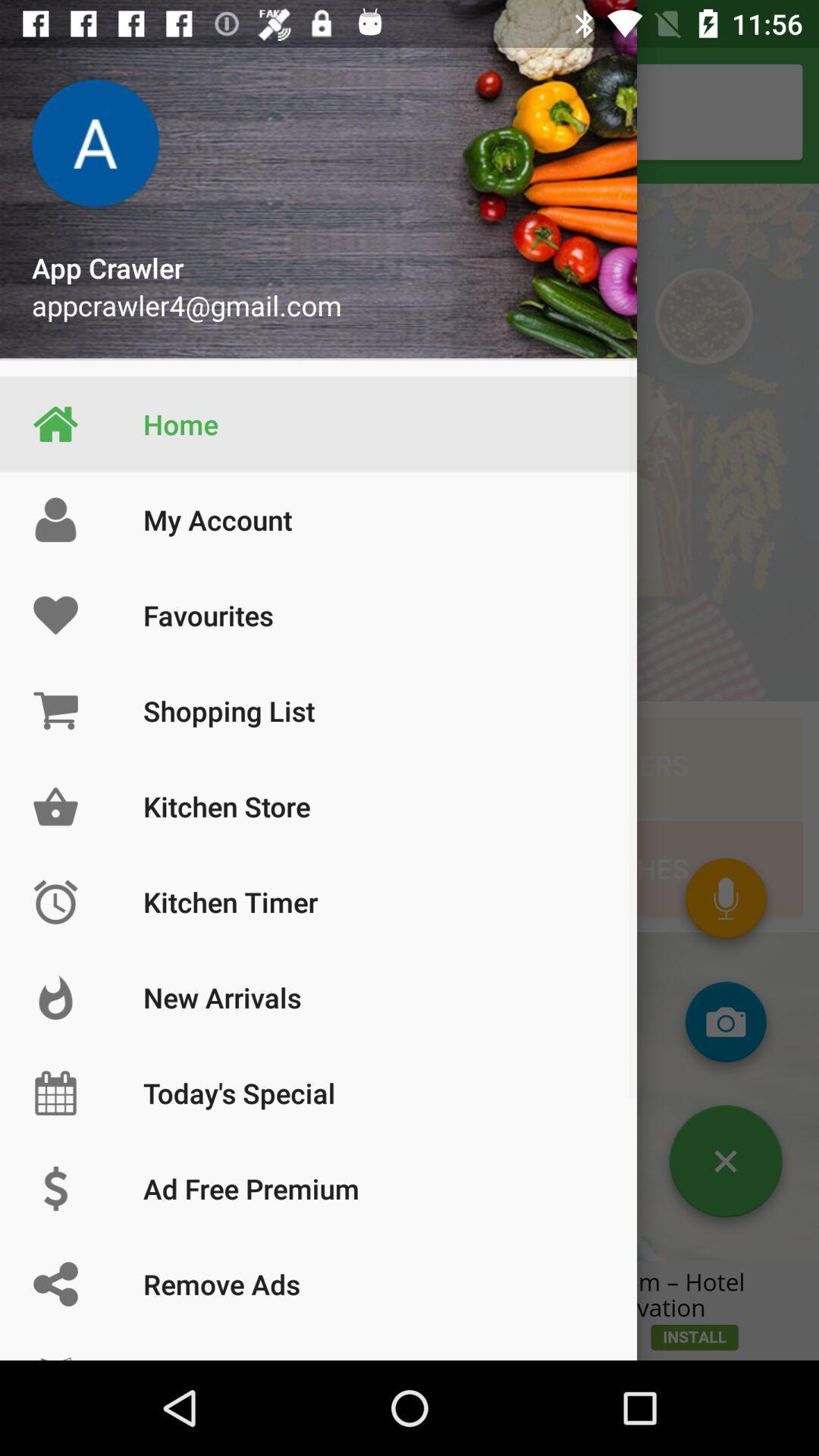  I want to click on the close icon, so click(724, 1166).